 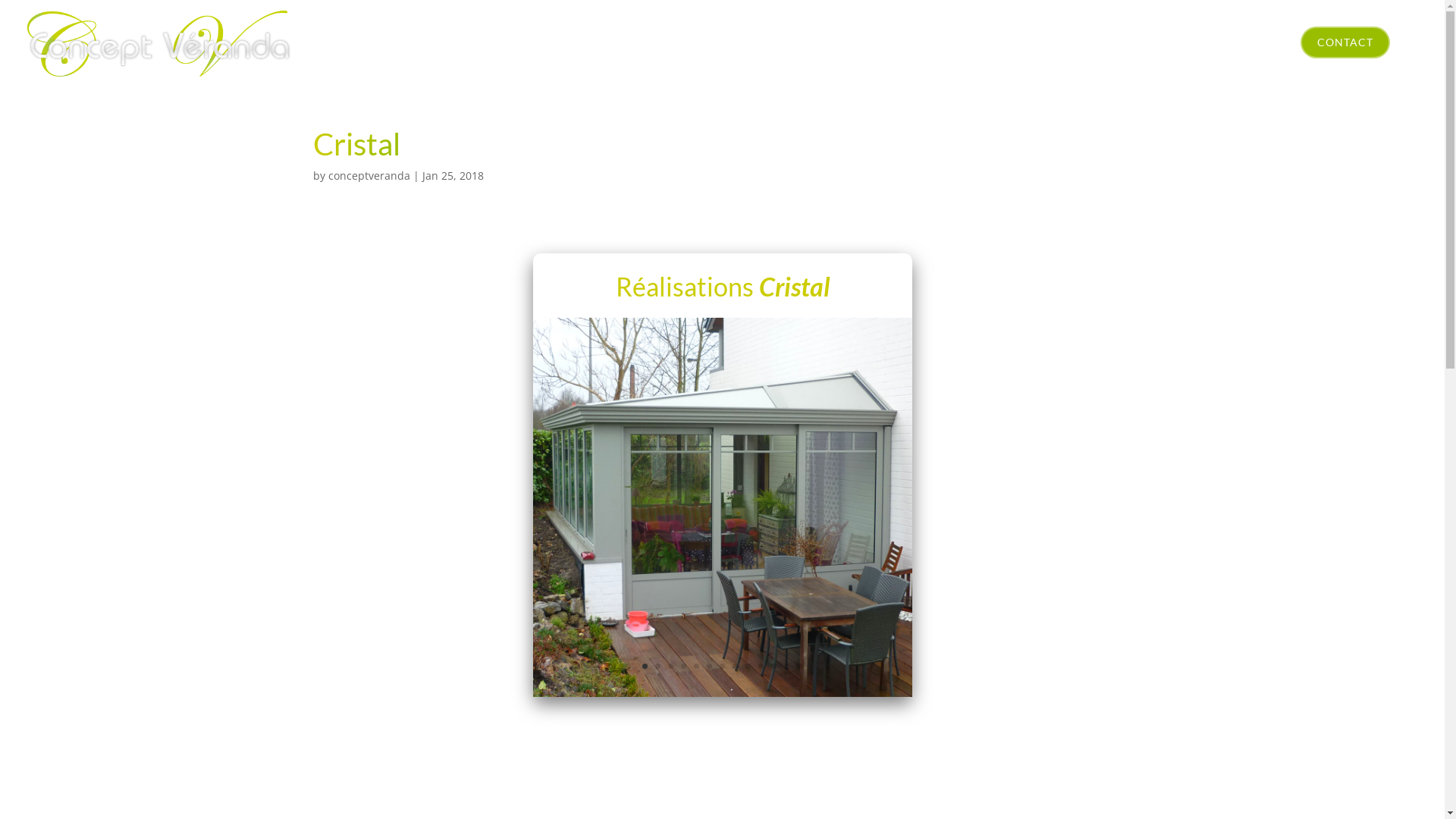 What do you see at coordinates (708, 665) in the screenshot?
I see `'6'` at bounding box center [708, 665].